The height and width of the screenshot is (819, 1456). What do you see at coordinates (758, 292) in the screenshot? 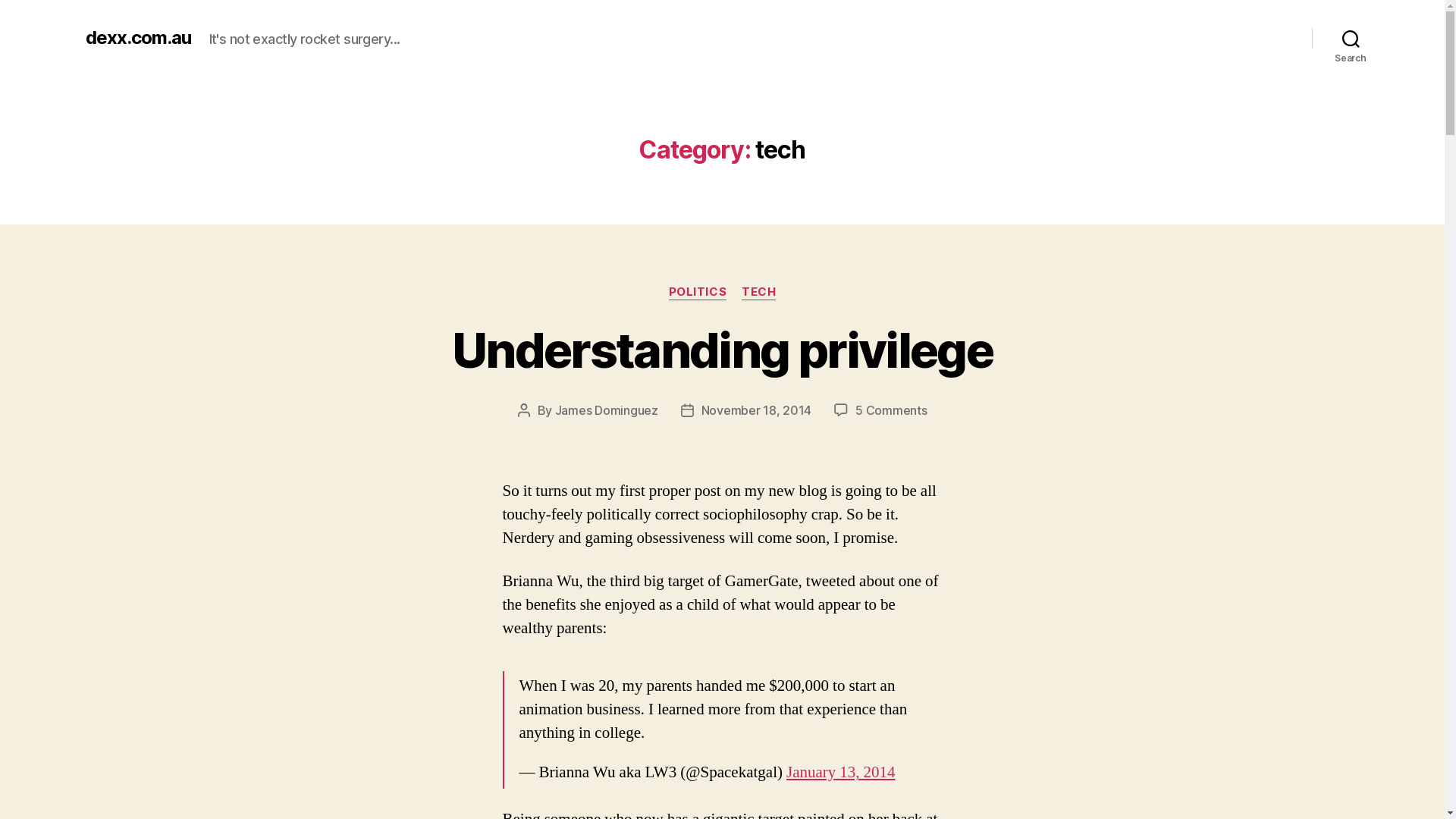
I see `'TECH'` at bounding box center [758, 292].